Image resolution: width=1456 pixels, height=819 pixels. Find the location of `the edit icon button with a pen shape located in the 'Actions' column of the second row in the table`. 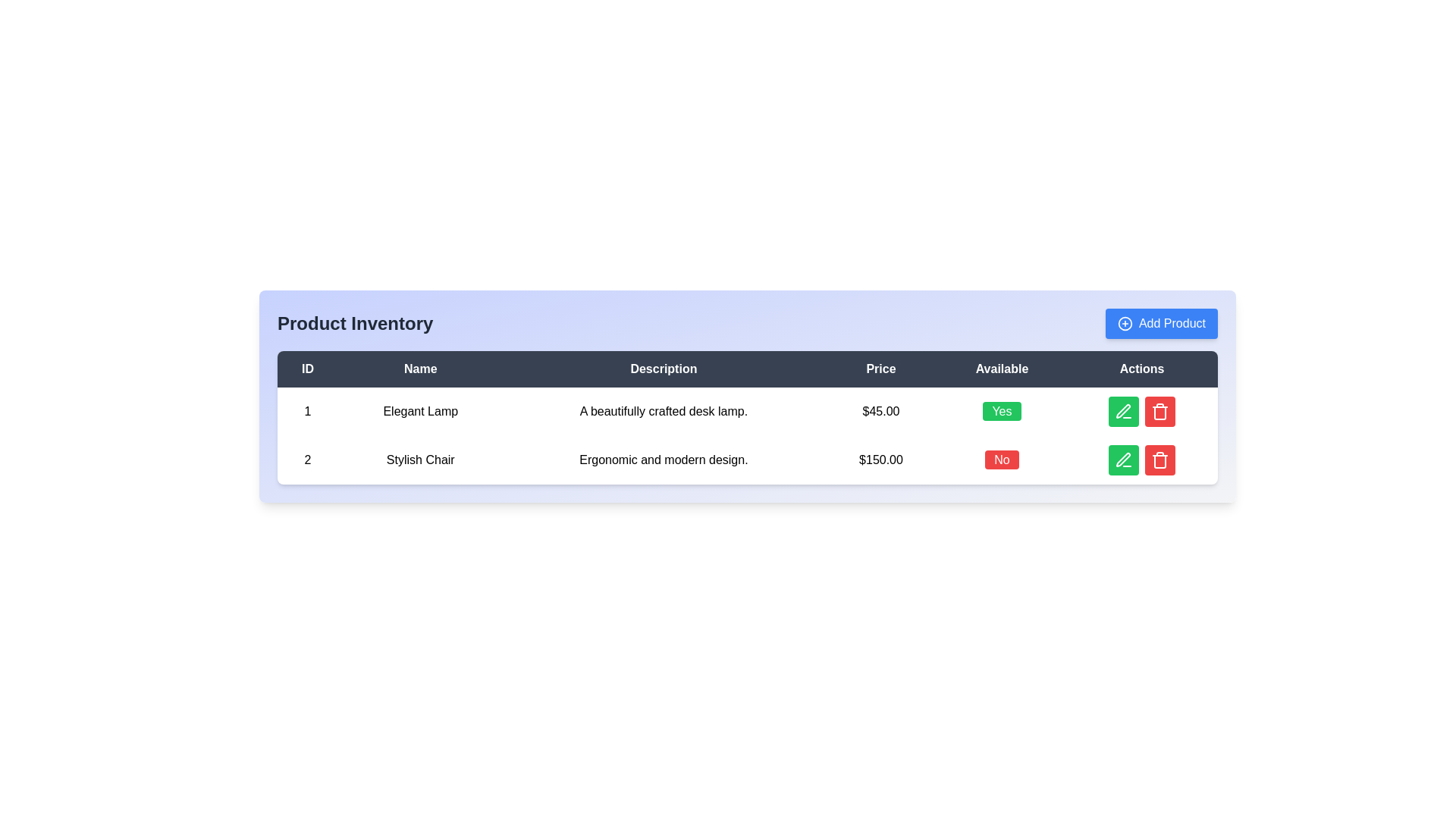

the edit icon button with a pen shape located in the 'Actions' column of the second row in the table is located at coordinates (1124, 412).